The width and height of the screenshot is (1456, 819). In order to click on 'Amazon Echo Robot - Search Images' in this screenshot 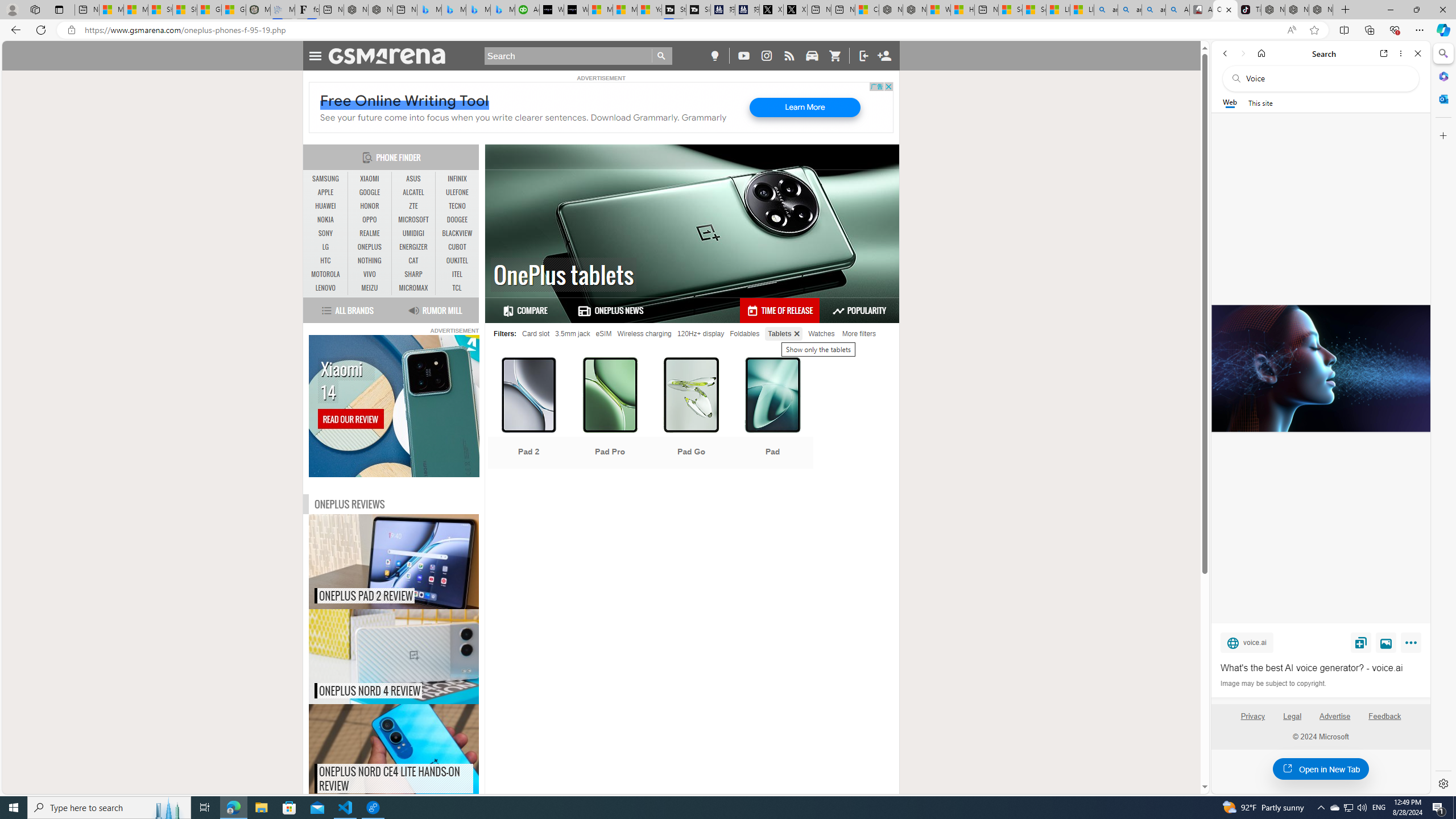, I will do `click(1176, 9)`.